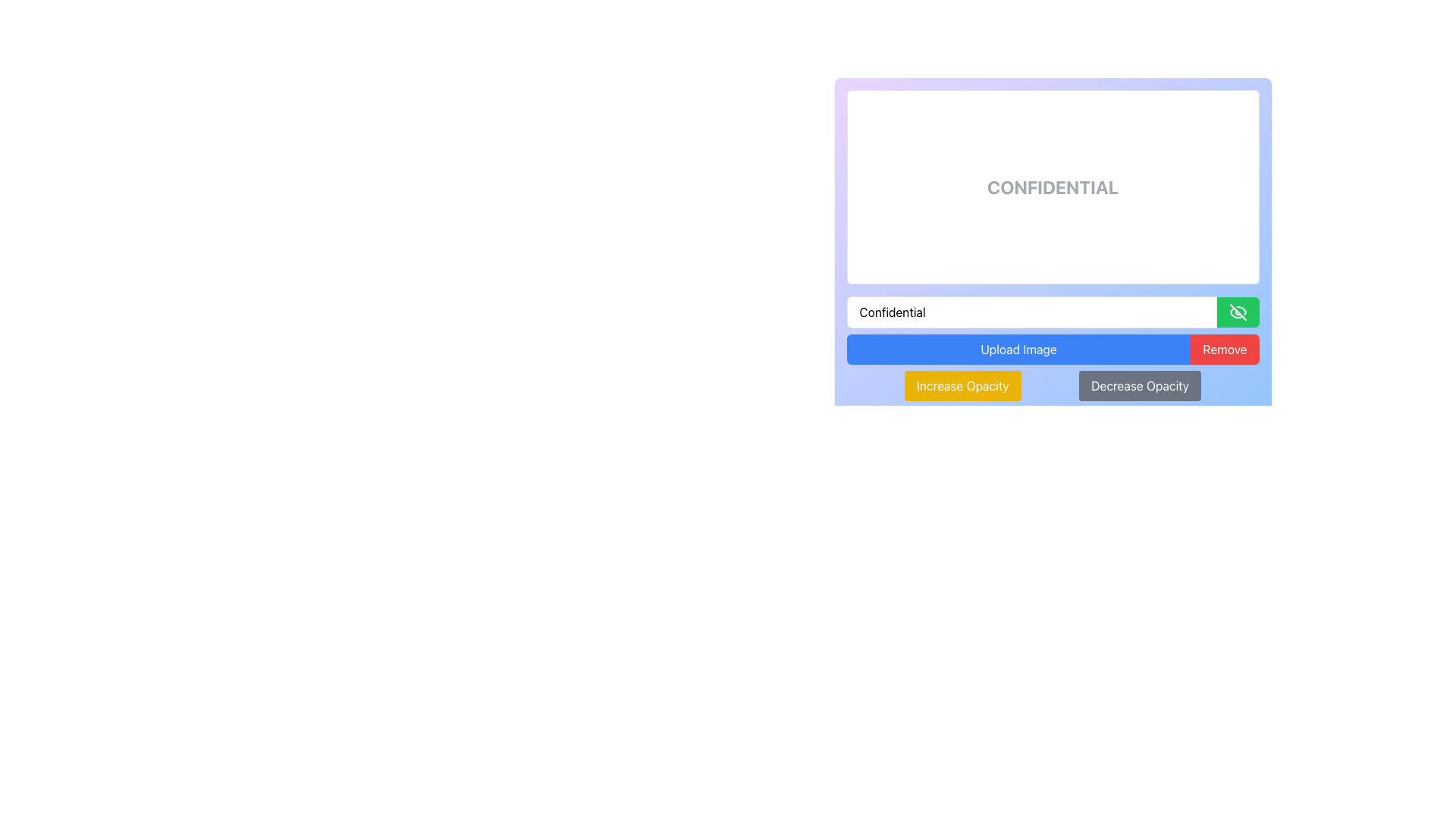 This screenshot has width=1456, height=819. What do you see at coordinates (1140, 385) in the screenshot?
I see `the rectangular button with rounded corners labeled 'Decrease Opacity' located at the rightmost position of a horizontal group of buttons` at bounding box center [1140, 385].